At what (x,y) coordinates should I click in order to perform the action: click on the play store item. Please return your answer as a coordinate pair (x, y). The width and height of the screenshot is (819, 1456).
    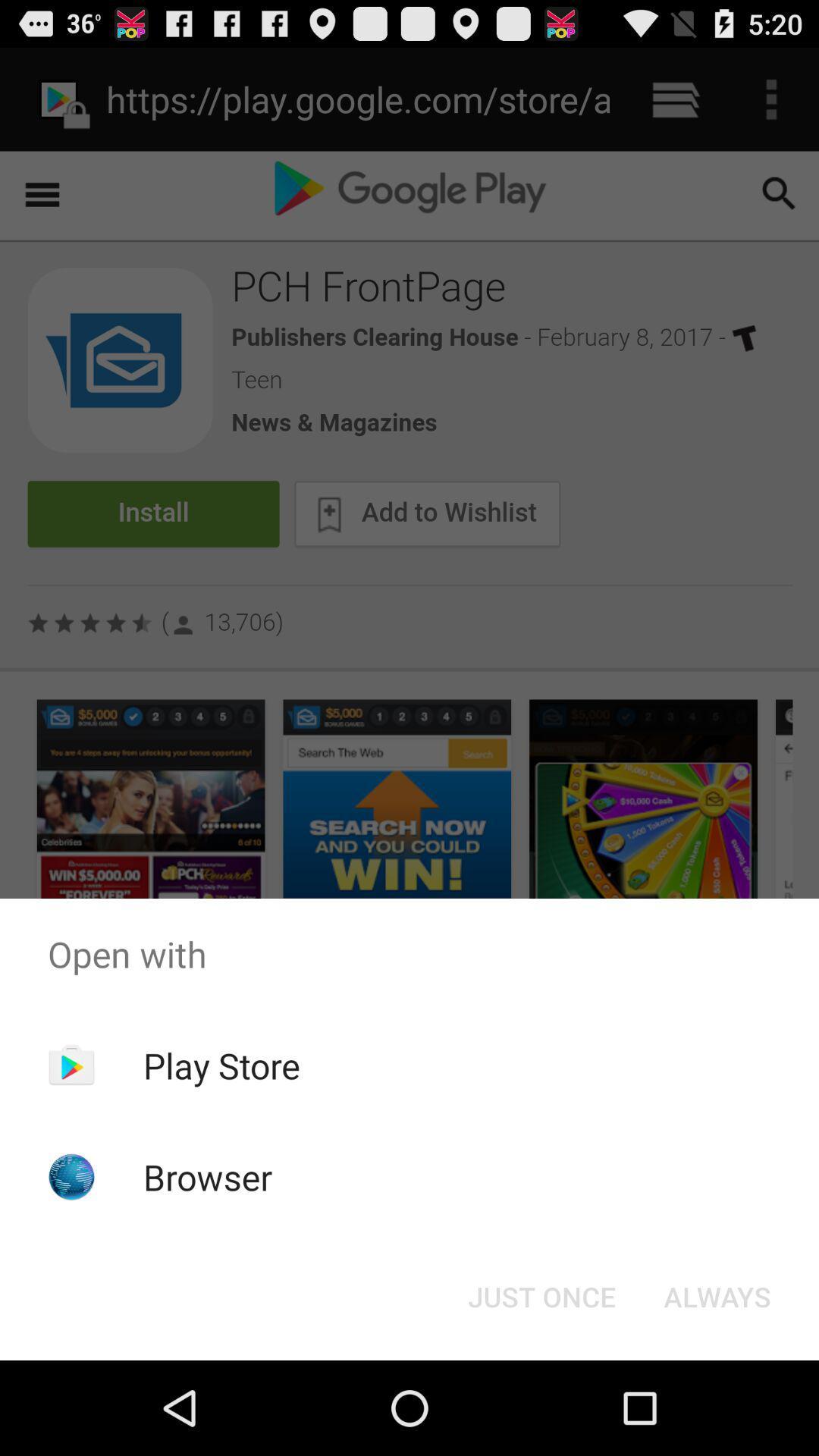
    Looking at the image, I should click on (221, 1065).